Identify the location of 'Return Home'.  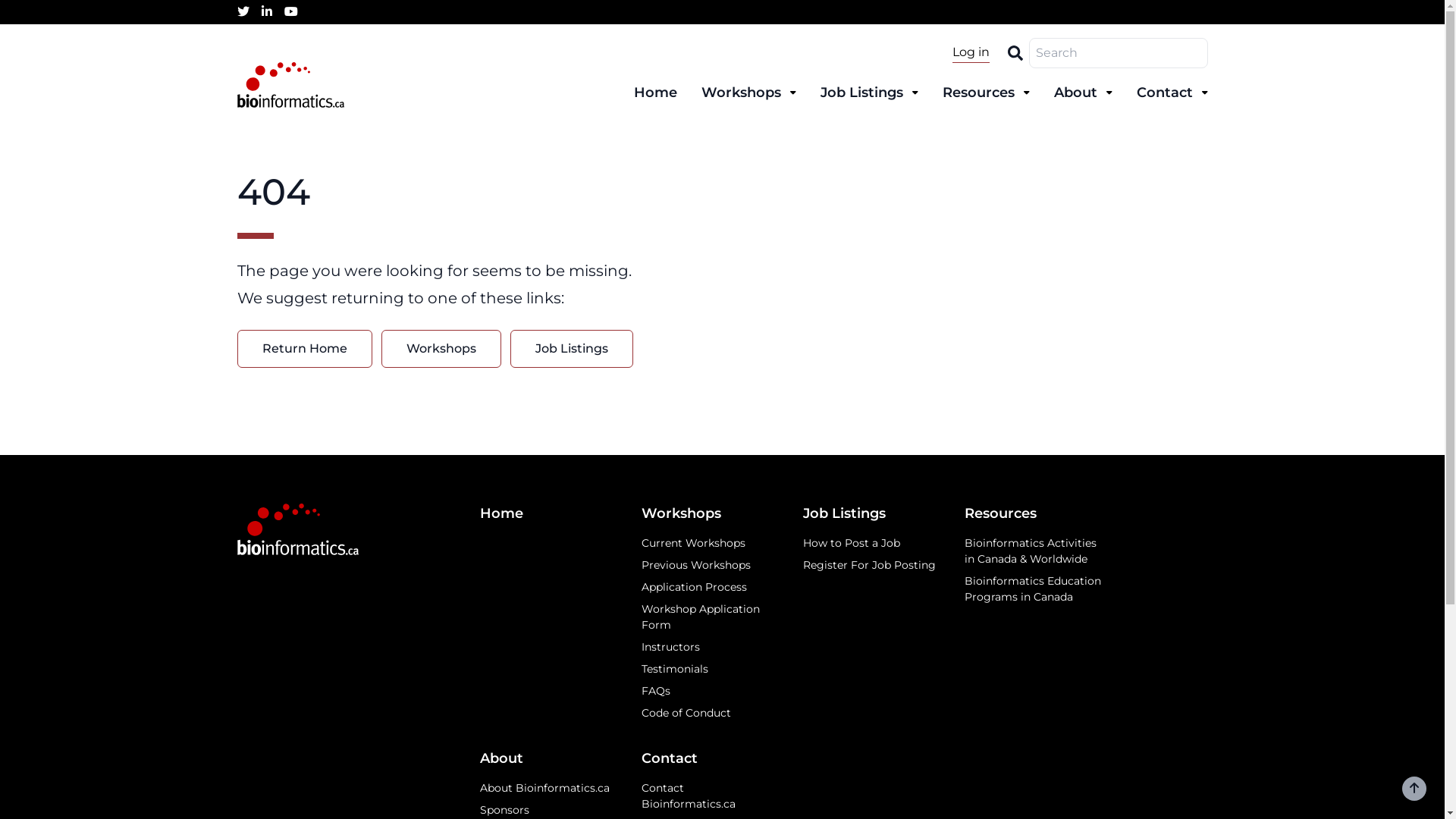
(303, 348).